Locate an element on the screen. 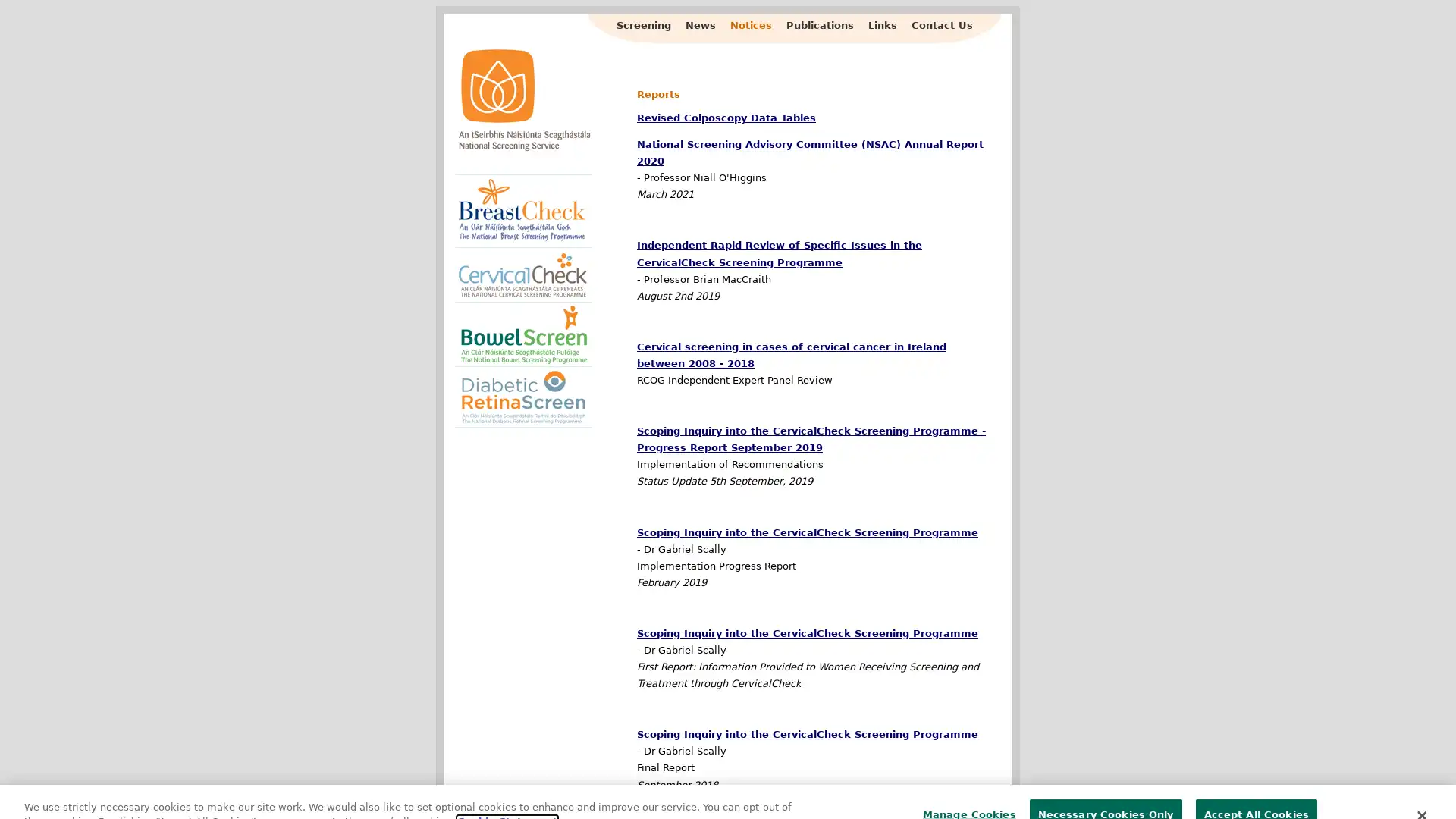 The height and width of the screenshot is (819, 1456). Necessary Cookies Only is located at coordinates (1105, 786).